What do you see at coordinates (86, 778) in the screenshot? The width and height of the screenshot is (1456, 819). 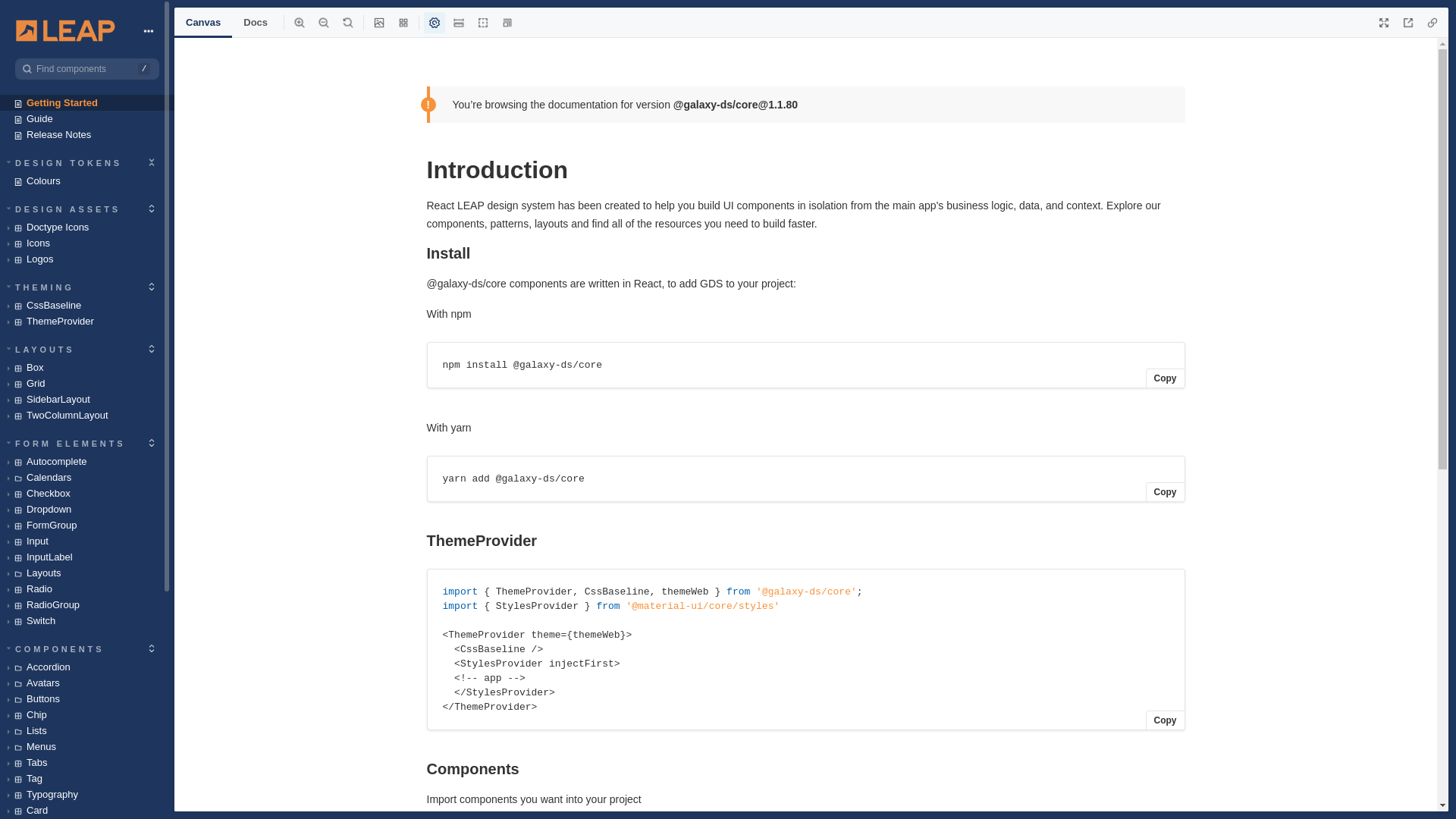 I see `'Tag'` at bounding box center [86, 778].